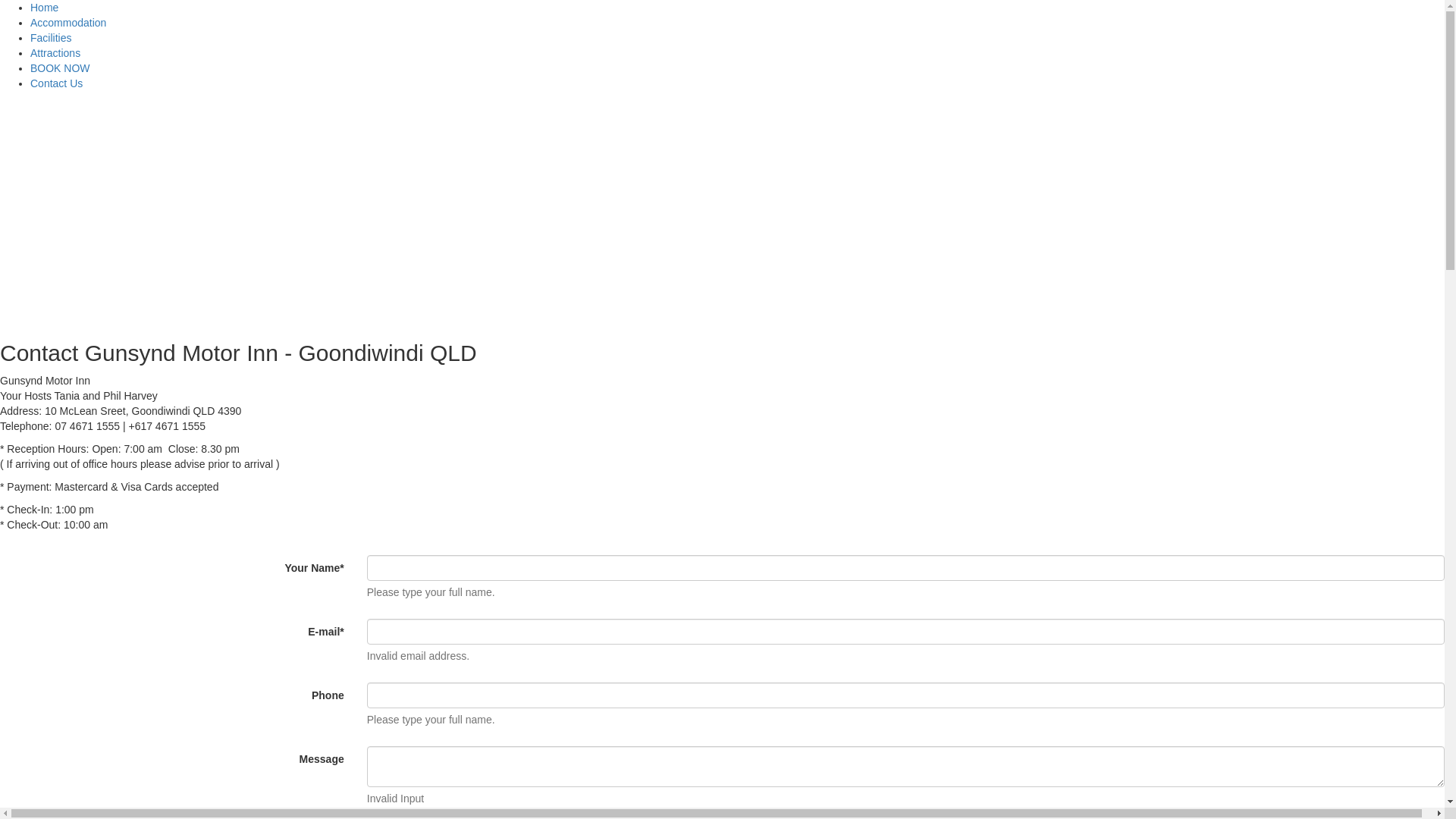 This screenshot has width=1456, height=819. What do you see at coordinates (67, 23) in the screenshot?
I see `'Accommodation'` at bounding box center [67, 23].